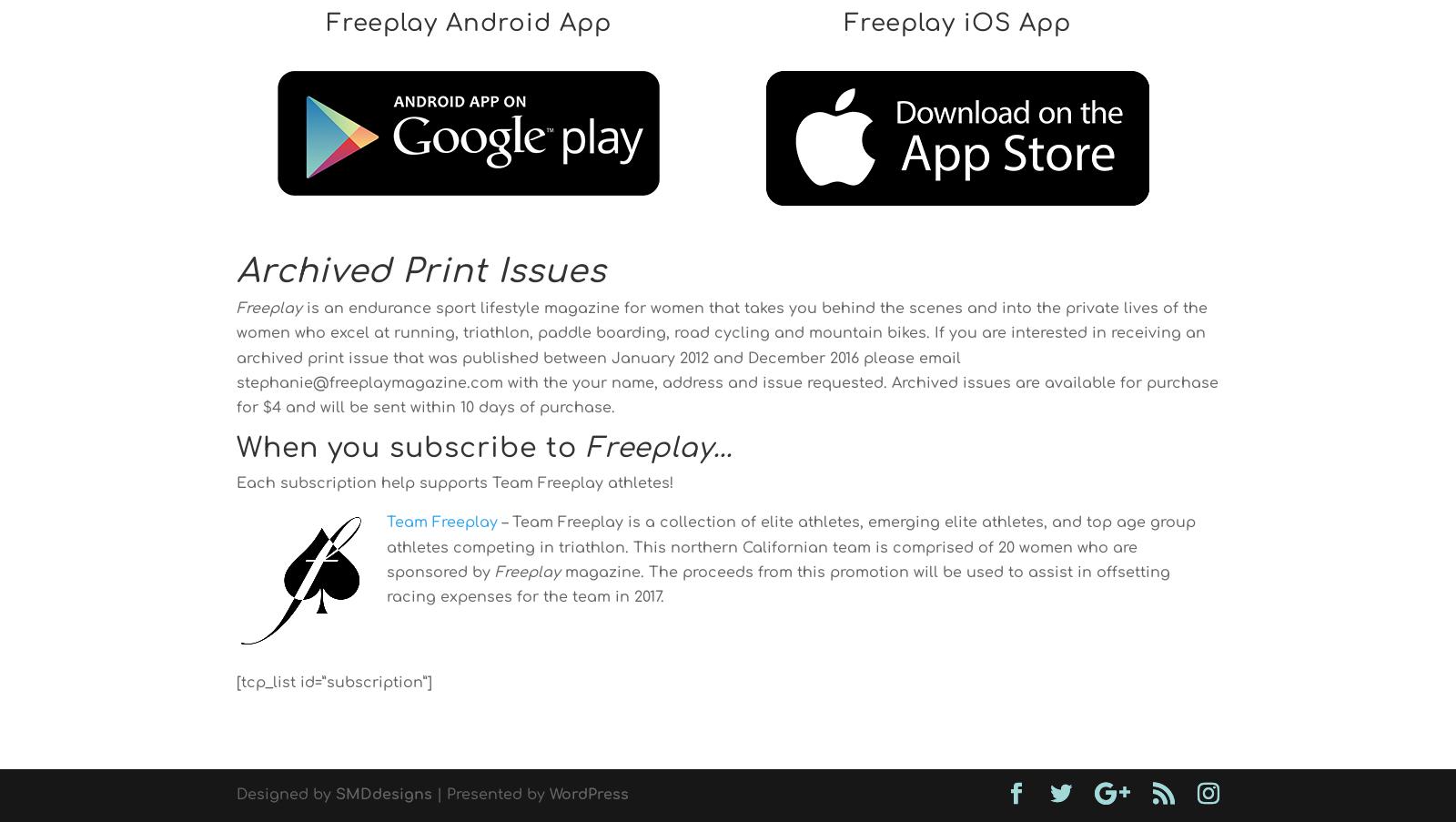 The height and width of the screenshot is (822, 1456). I want to click on '– Team Freeplay is a collection of elite athletes, emerging elite athletes, and top age group athletes competing in triathlon. This northern Californian team is comprised of 20 women who are sponsored by', so click(790, 547).